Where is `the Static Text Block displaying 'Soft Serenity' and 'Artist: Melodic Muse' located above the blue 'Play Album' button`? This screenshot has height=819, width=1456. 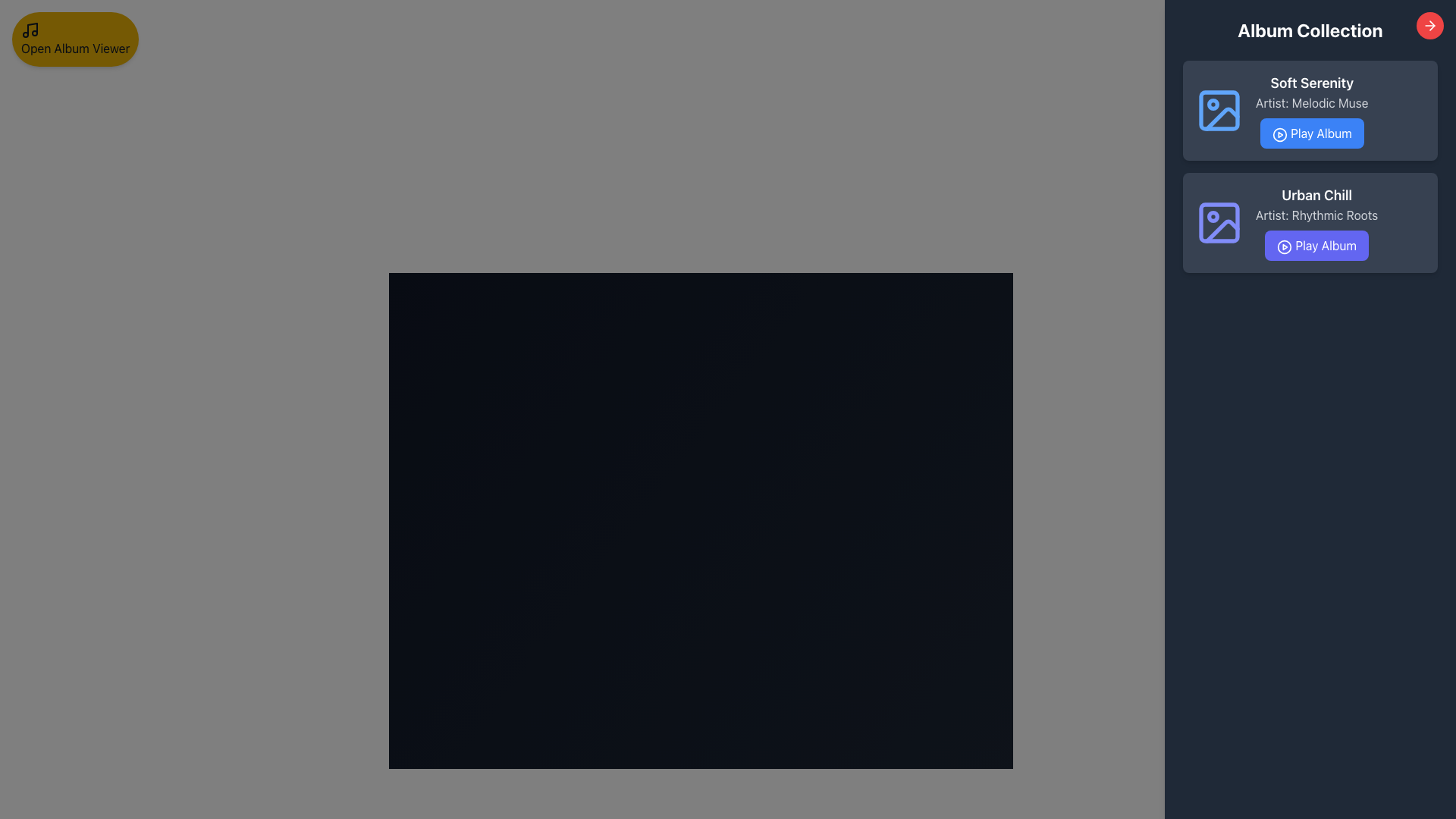 the Static Text Block displaying 'Soft Serenity' and 'Artist: Melodic Muse' located above the blue 'Play Album' button is located at coordinates (1311, 110).